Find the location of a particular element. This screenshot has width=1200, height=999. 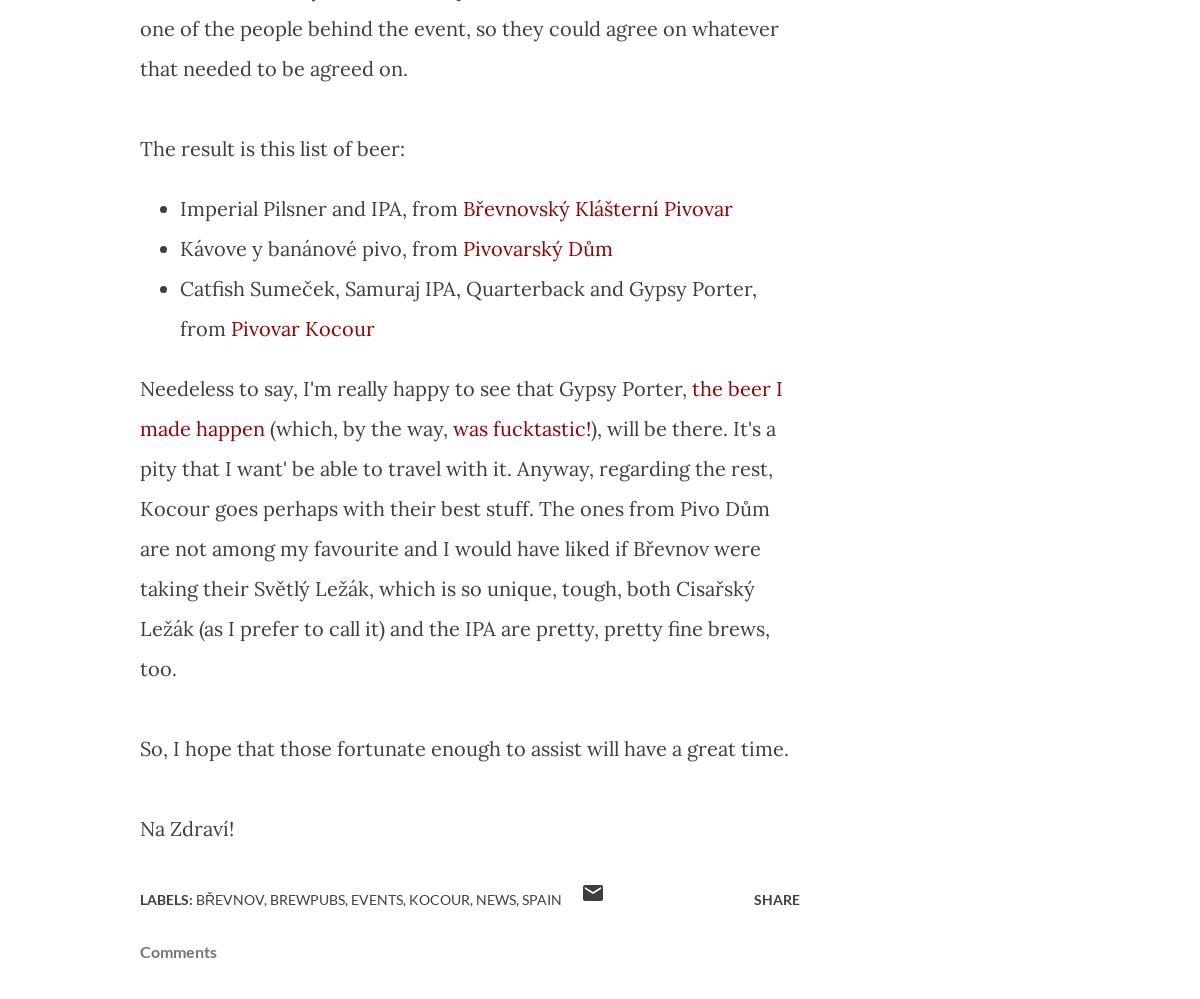

'Events' is located at coordinates (377, 899).